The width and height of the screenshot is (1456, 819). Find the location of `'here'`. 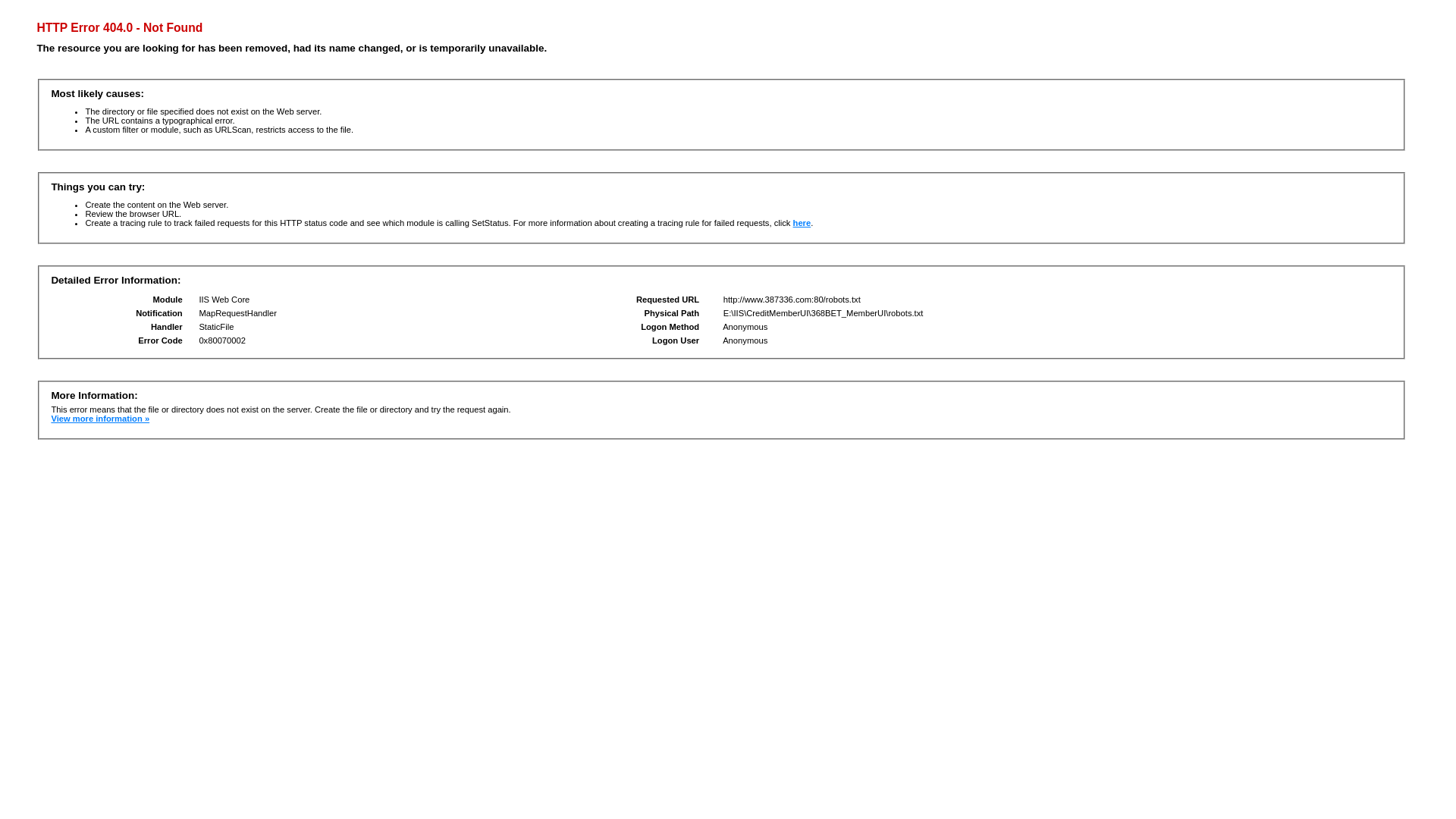

'here' is located at coordinates (792, 222).